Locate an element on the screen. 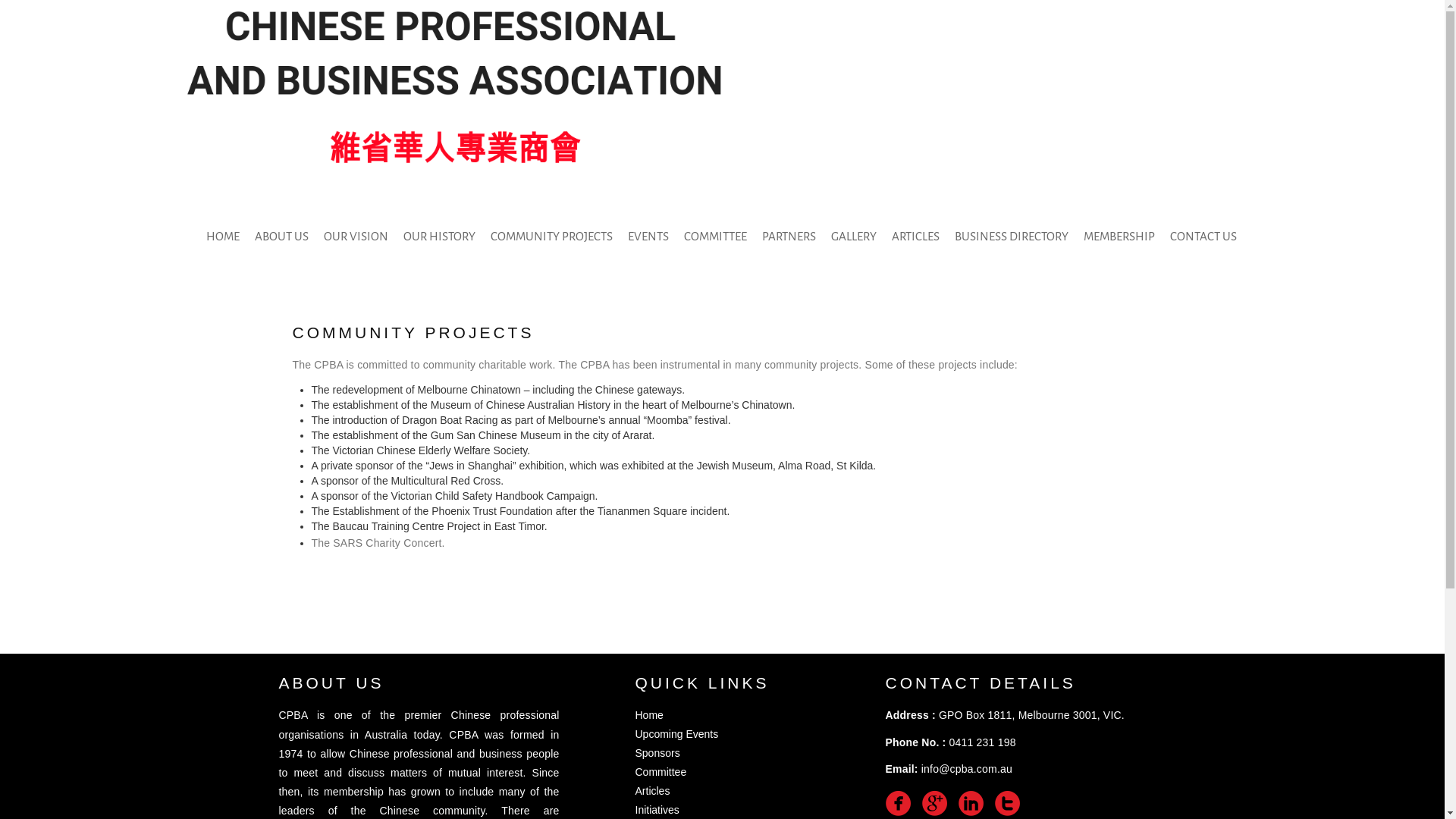 The height and width of the screenshot is (819, 1456). 'COMMUNITY PROJECTS' is located at coordinates (551, 237).